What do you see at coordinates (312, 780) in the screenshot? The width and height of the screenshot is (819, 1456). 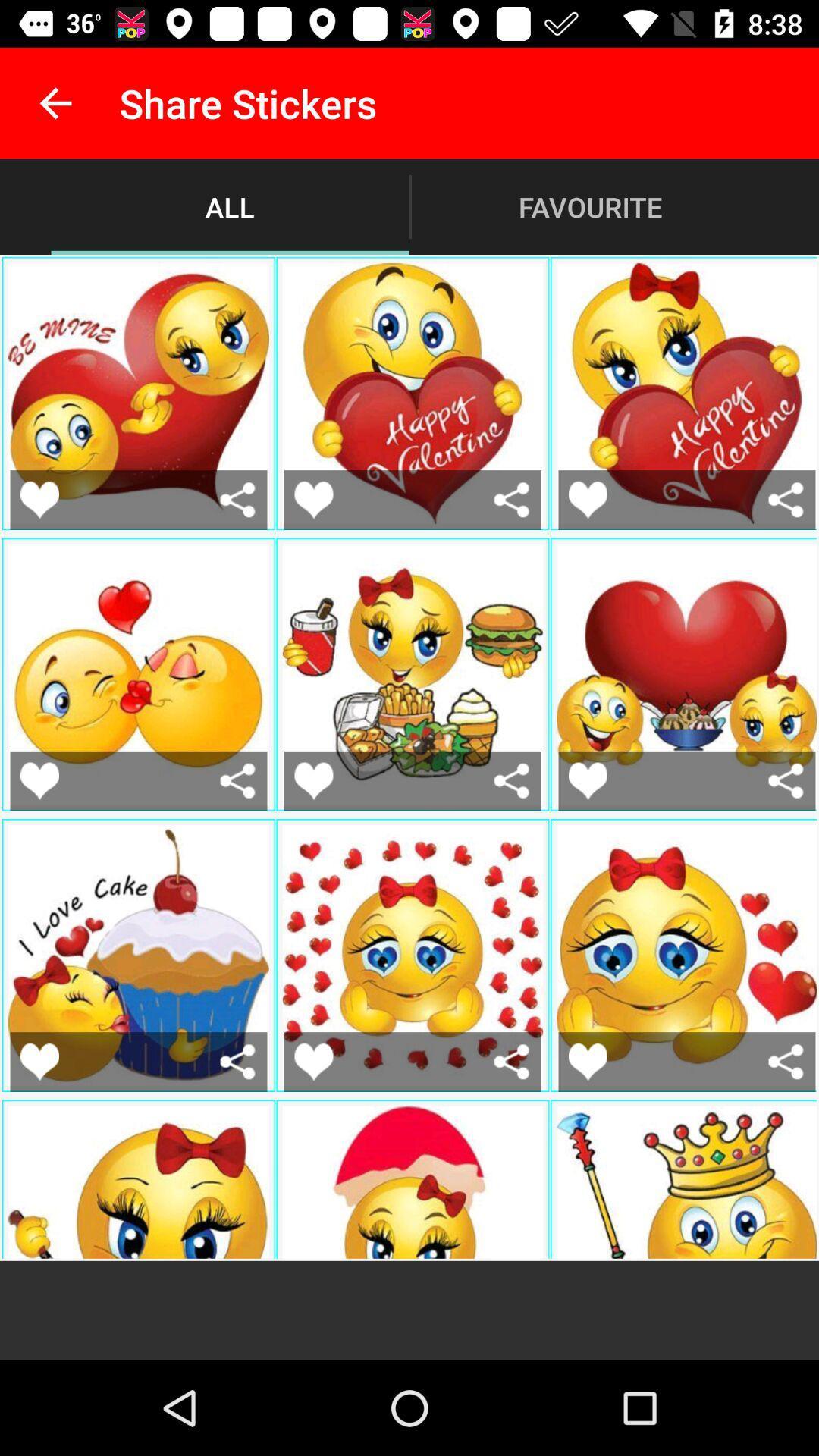 I see `like this sticker` at bounding box center [312, 780].